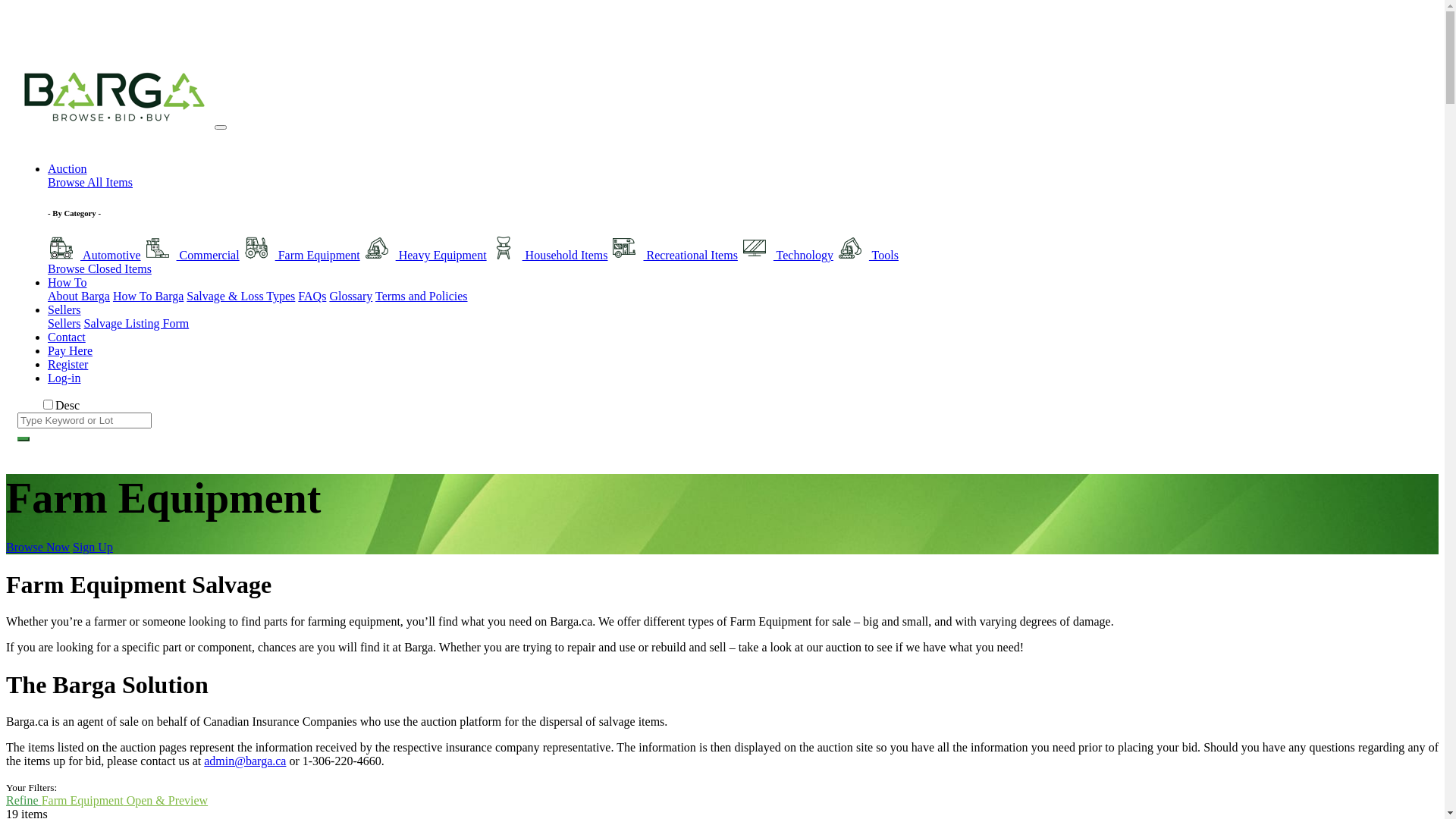 The image size is (1456, 819). Describe the element at coordinates (47, 364) in the screenshot. I see `'Register'` at that location.